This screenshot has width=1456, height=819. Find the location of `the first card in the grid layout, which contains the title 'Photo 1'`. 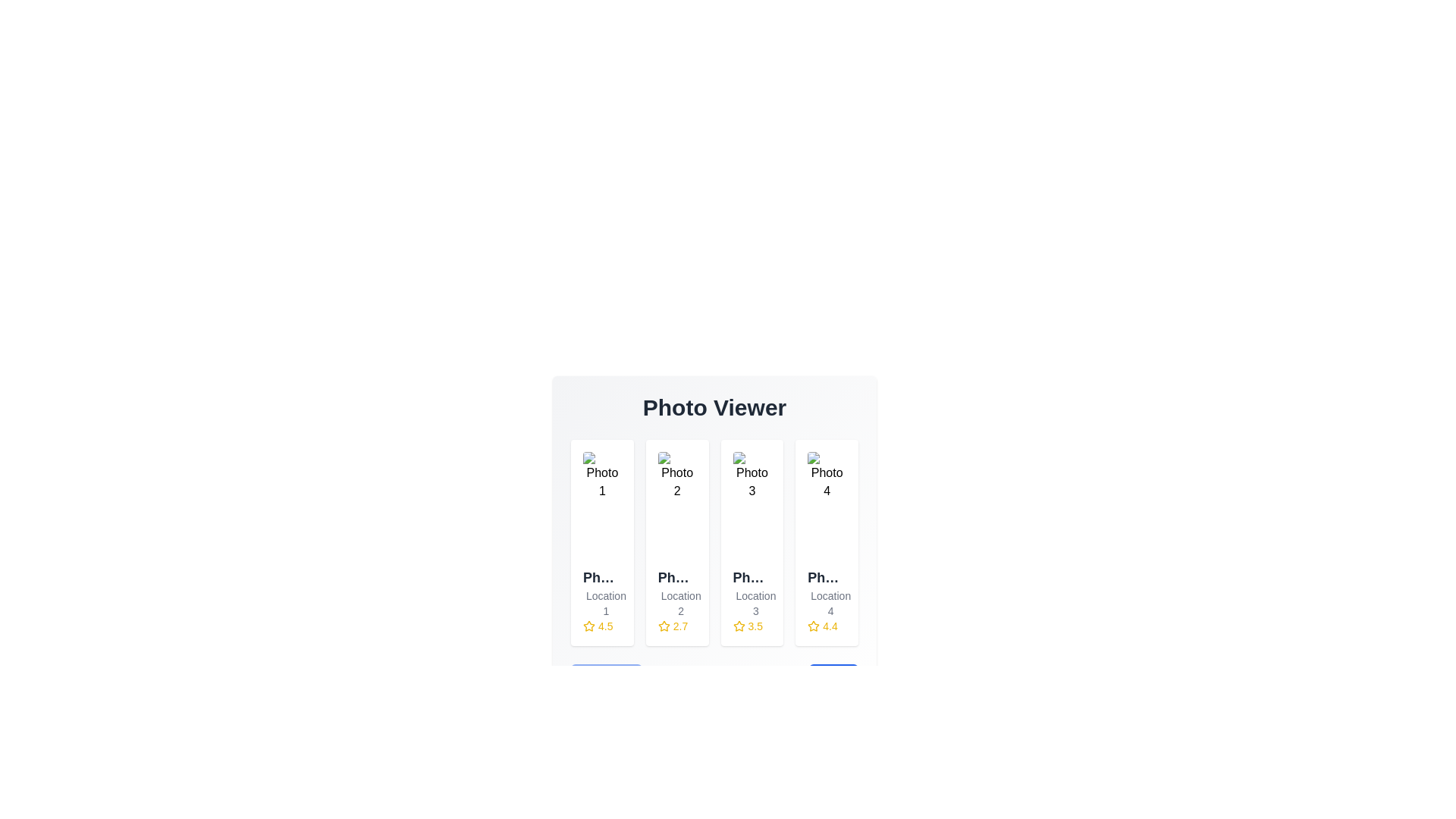

the first card in the grid layout, which contains the title 'Photo 1' is located at coordinates (601, 542).